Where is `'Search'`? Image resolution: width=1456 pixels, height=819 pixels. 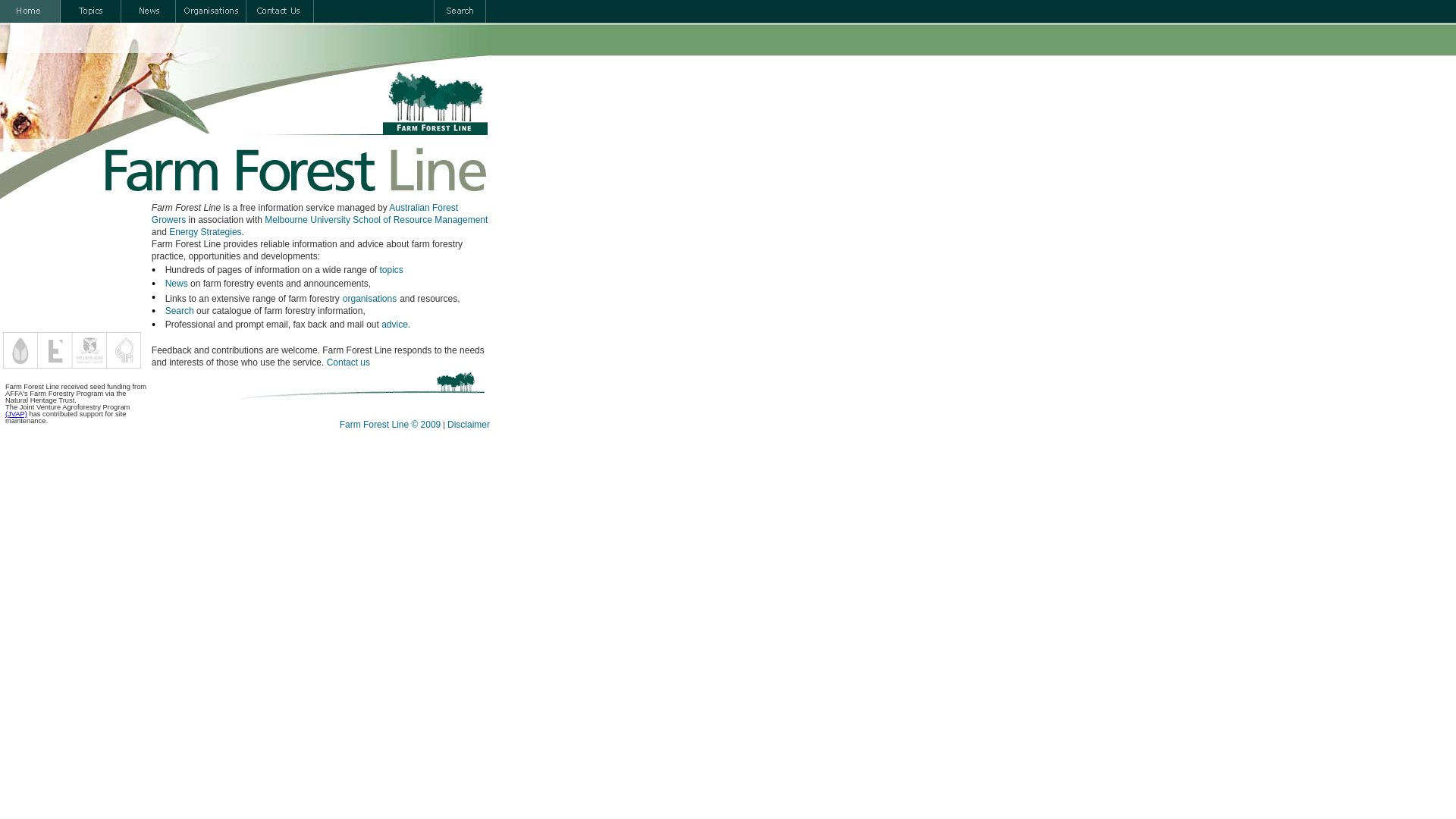 'Search' is located at coordinates (179, 309).